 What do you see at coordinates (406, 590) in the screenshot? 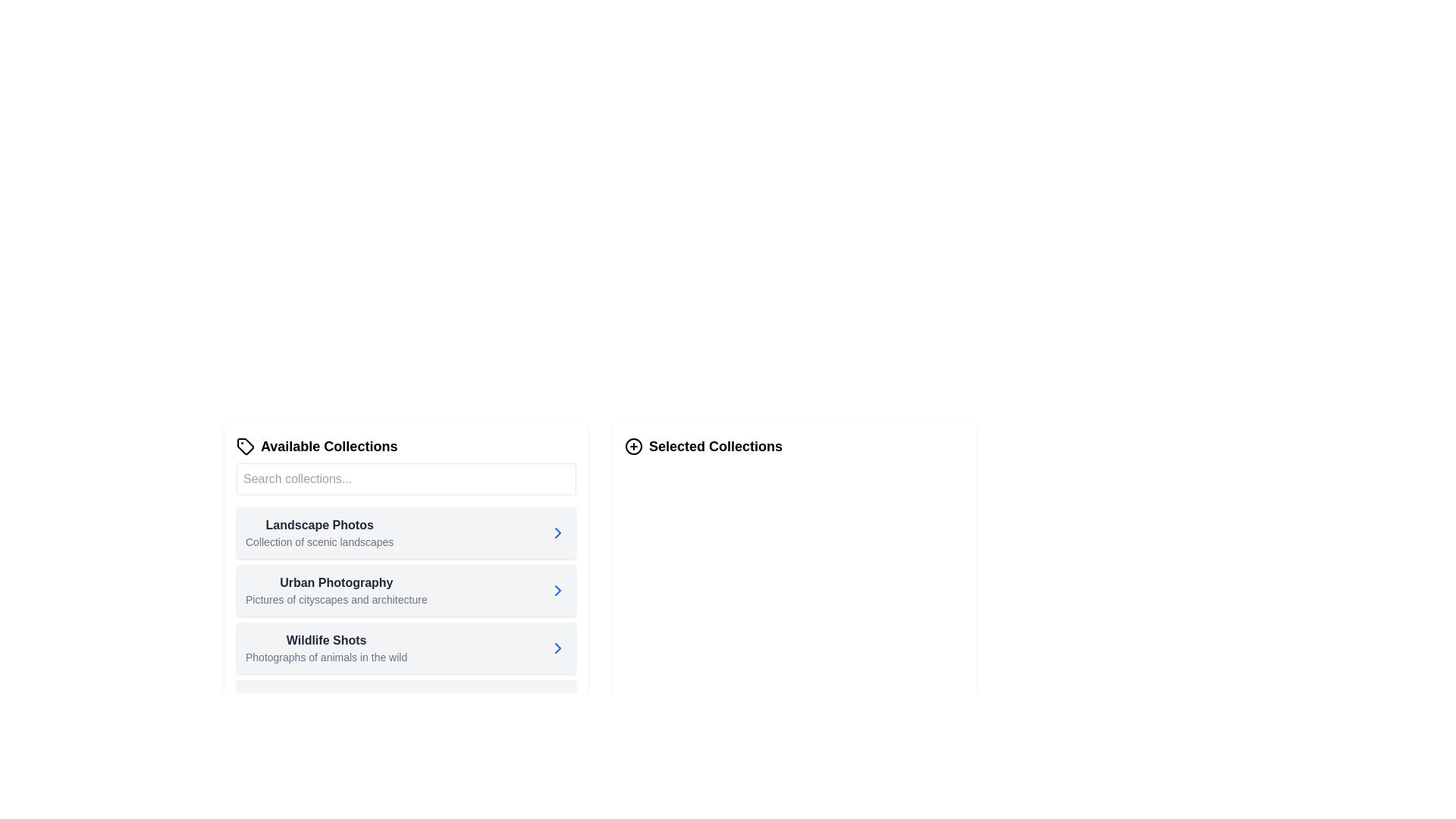
I see `the second card in the 'Available Collections' panel, which represents a category for urban photography topics` at bounding box center [406, 590].